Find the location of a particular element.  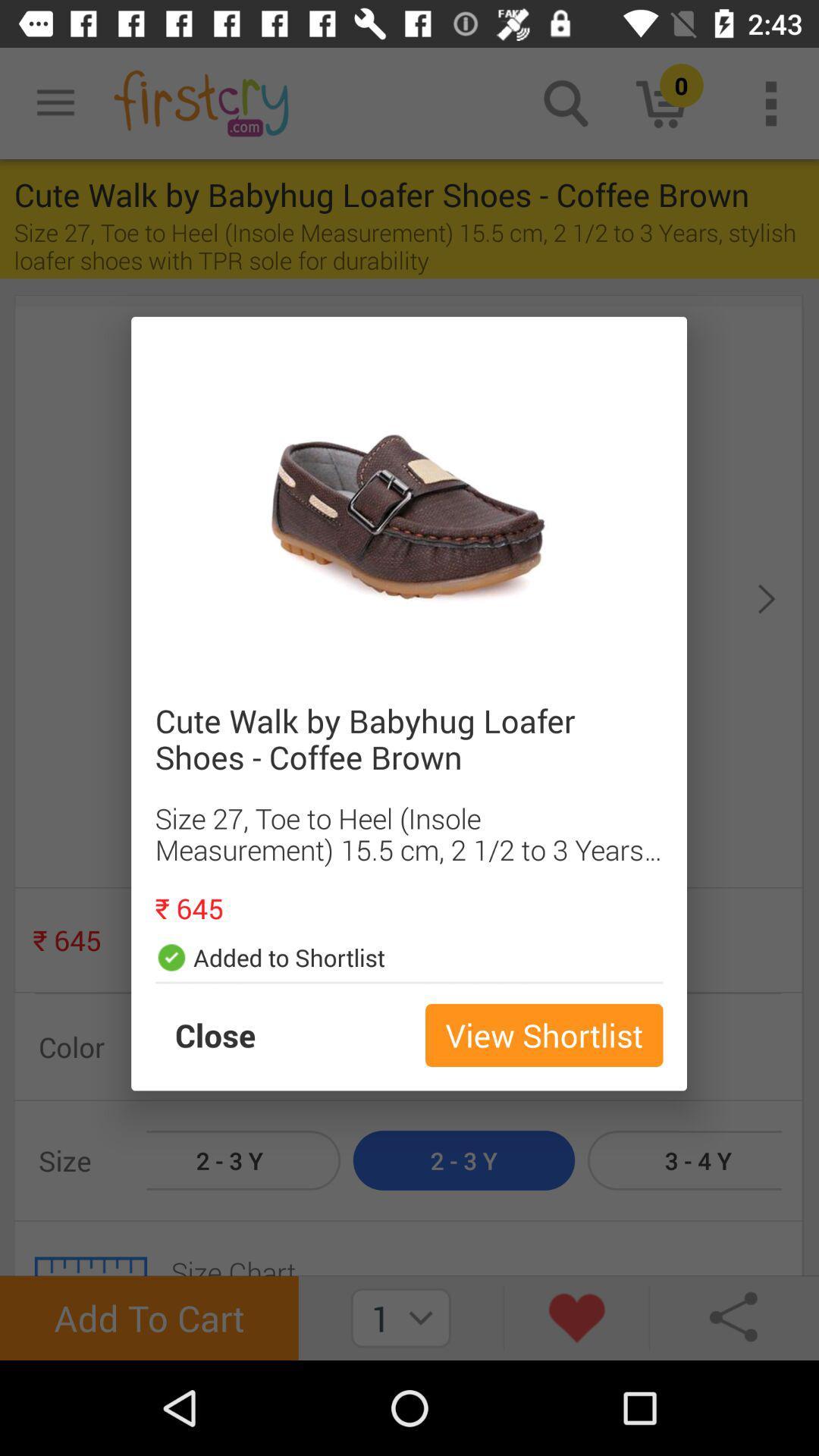

close at the bottom left corner is located at coordinates (231, 1034).